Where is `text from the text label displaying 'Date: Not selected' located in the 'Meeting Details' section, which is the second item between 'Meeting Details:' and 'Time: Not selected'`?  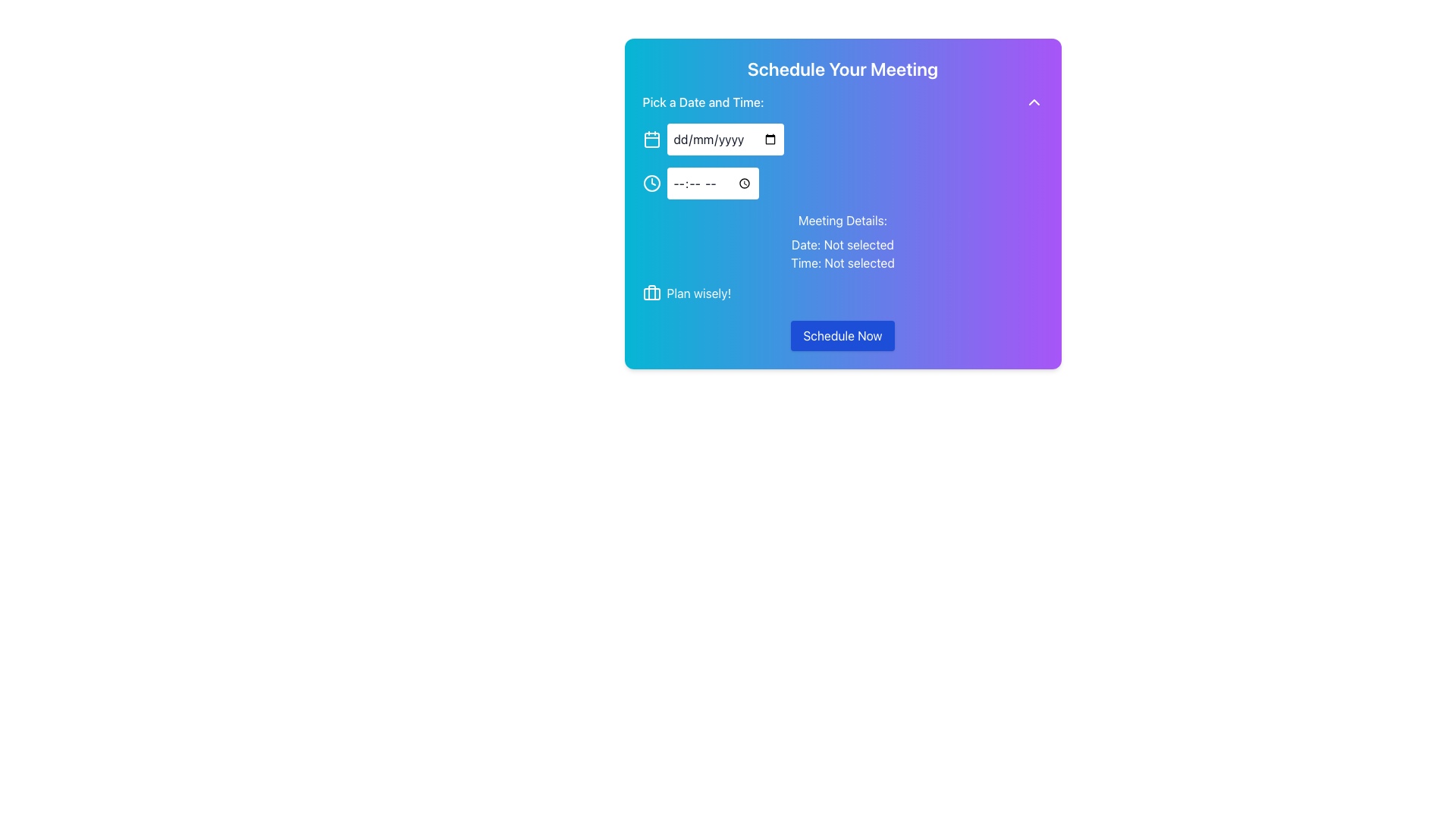 text from the text label displaying 'Date: Not selected' located in the 'Meeting Details' section, which is the second item between 'Meeting Details:' and 'Time: Not selected' is located at coordinates (842, 244).